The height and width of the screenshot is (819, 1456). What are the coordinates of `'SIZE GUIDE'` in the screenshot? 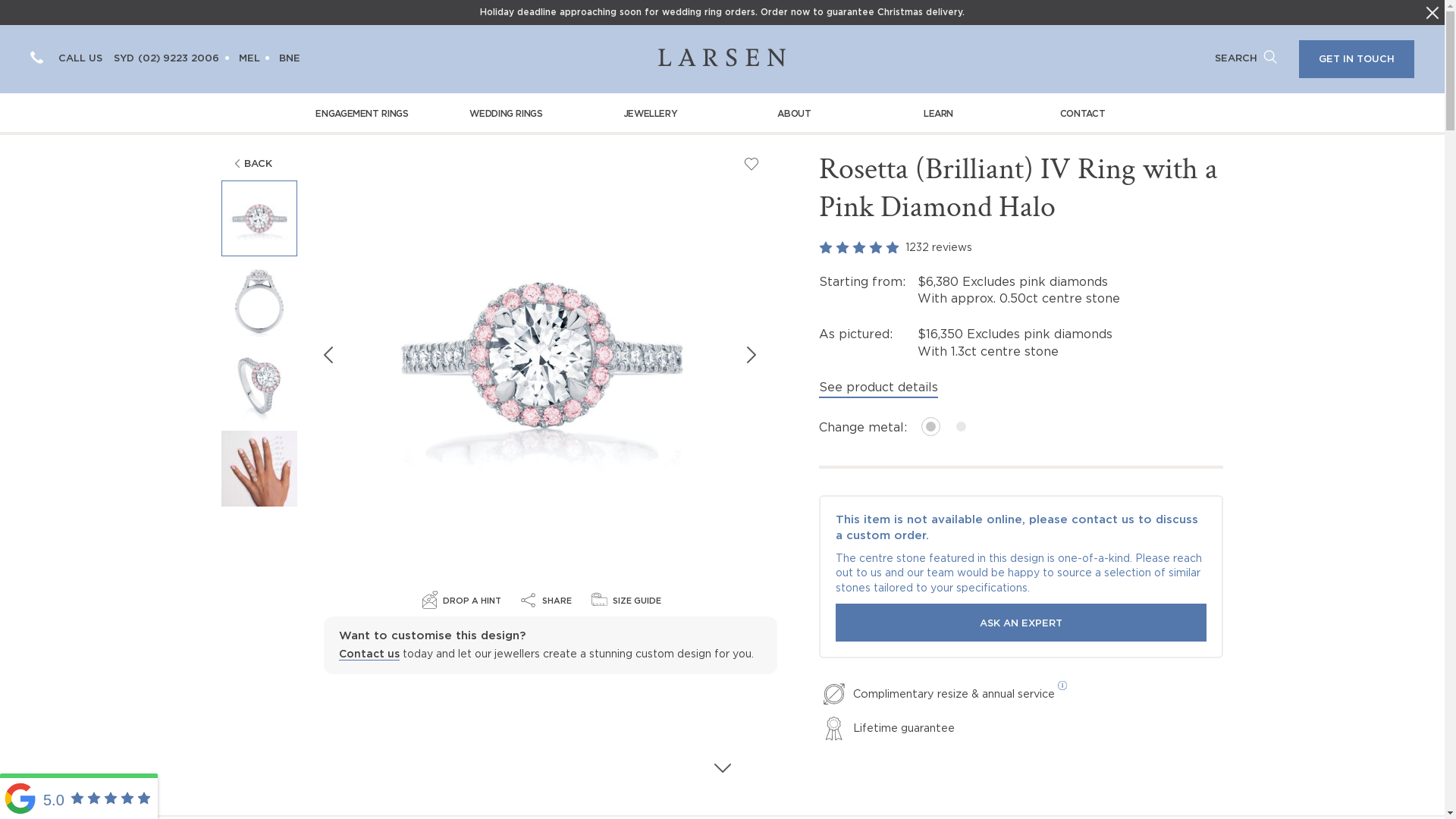 It's located at (626, 598).